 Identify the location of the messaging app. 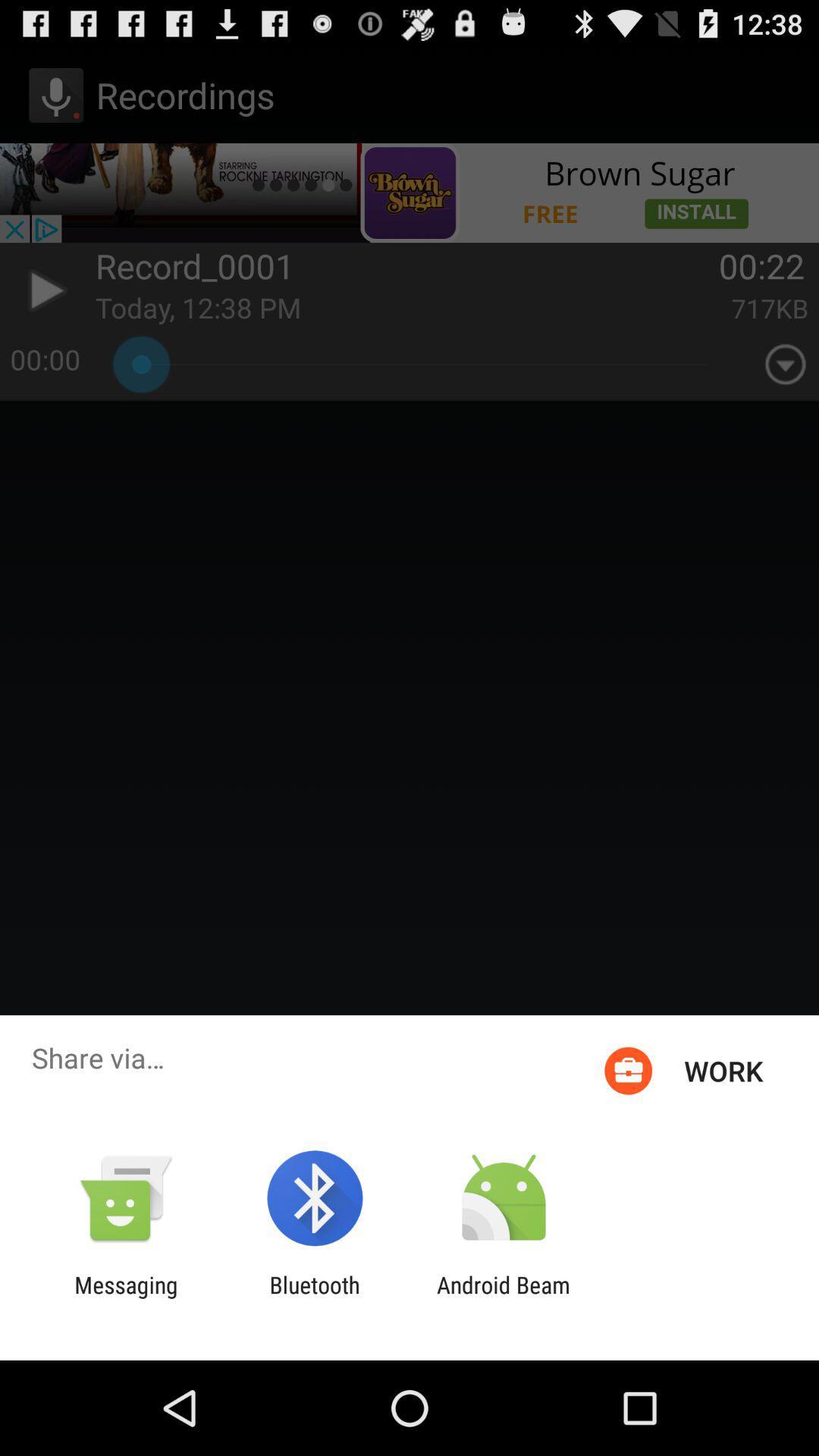
(125, 1298).